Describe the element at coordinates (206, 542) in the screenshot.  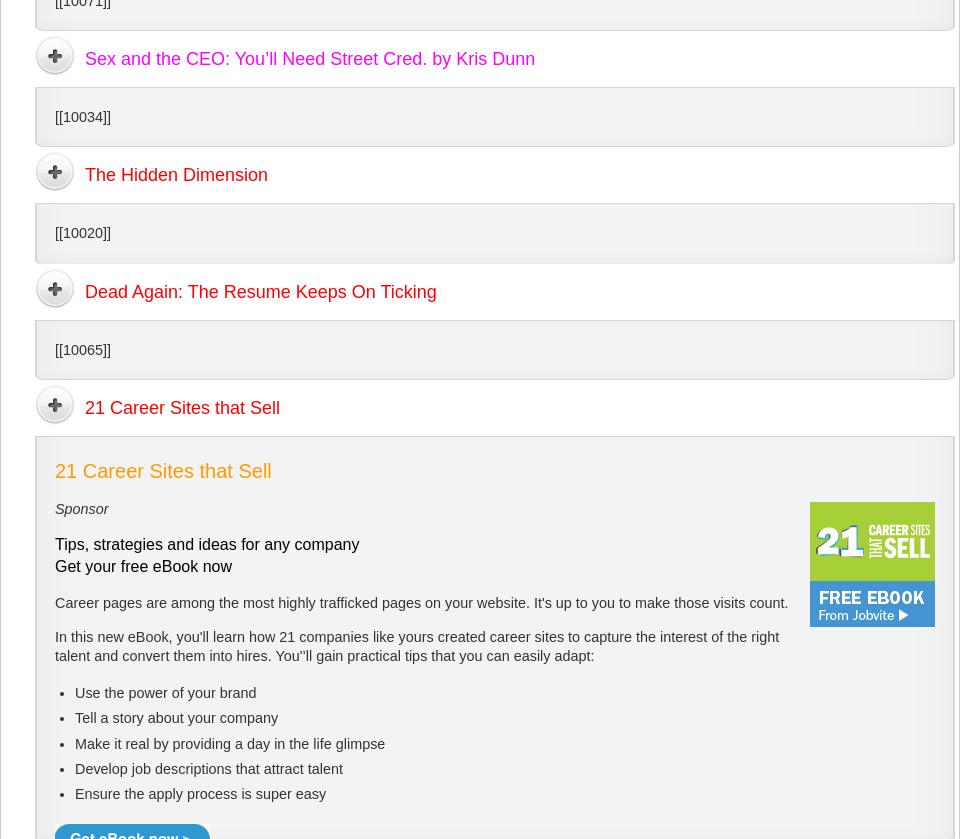
I see `'Tips, strategies and ideas for any company'` at that location.